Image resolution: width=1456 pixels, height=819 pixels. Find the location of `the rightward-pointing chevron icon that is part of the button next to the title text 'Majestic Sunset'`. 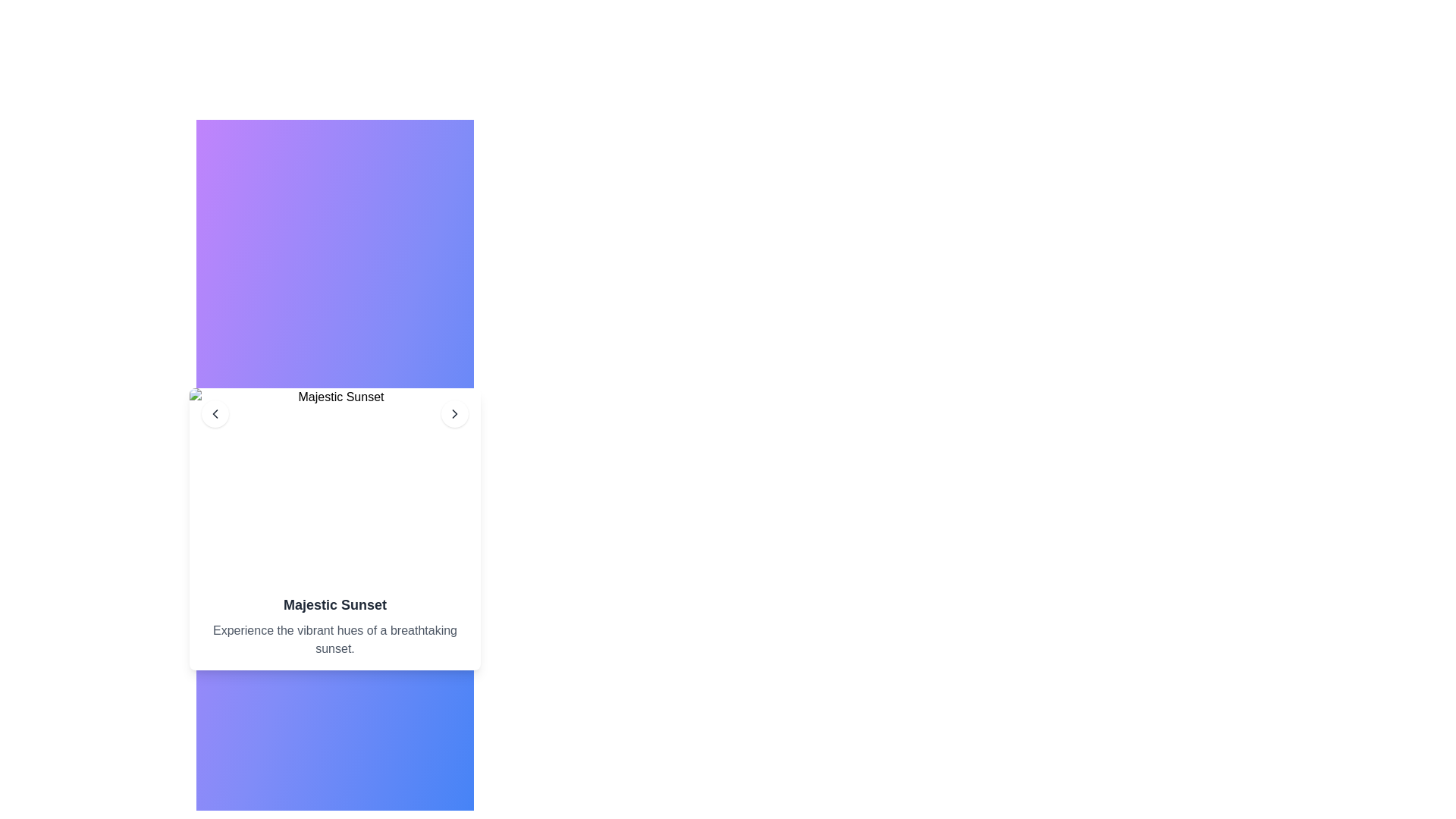

the rightward-pointing chevron icon that is part of the button next to the title text 'Majestic Sunset' is located at coordinates (454, 414).